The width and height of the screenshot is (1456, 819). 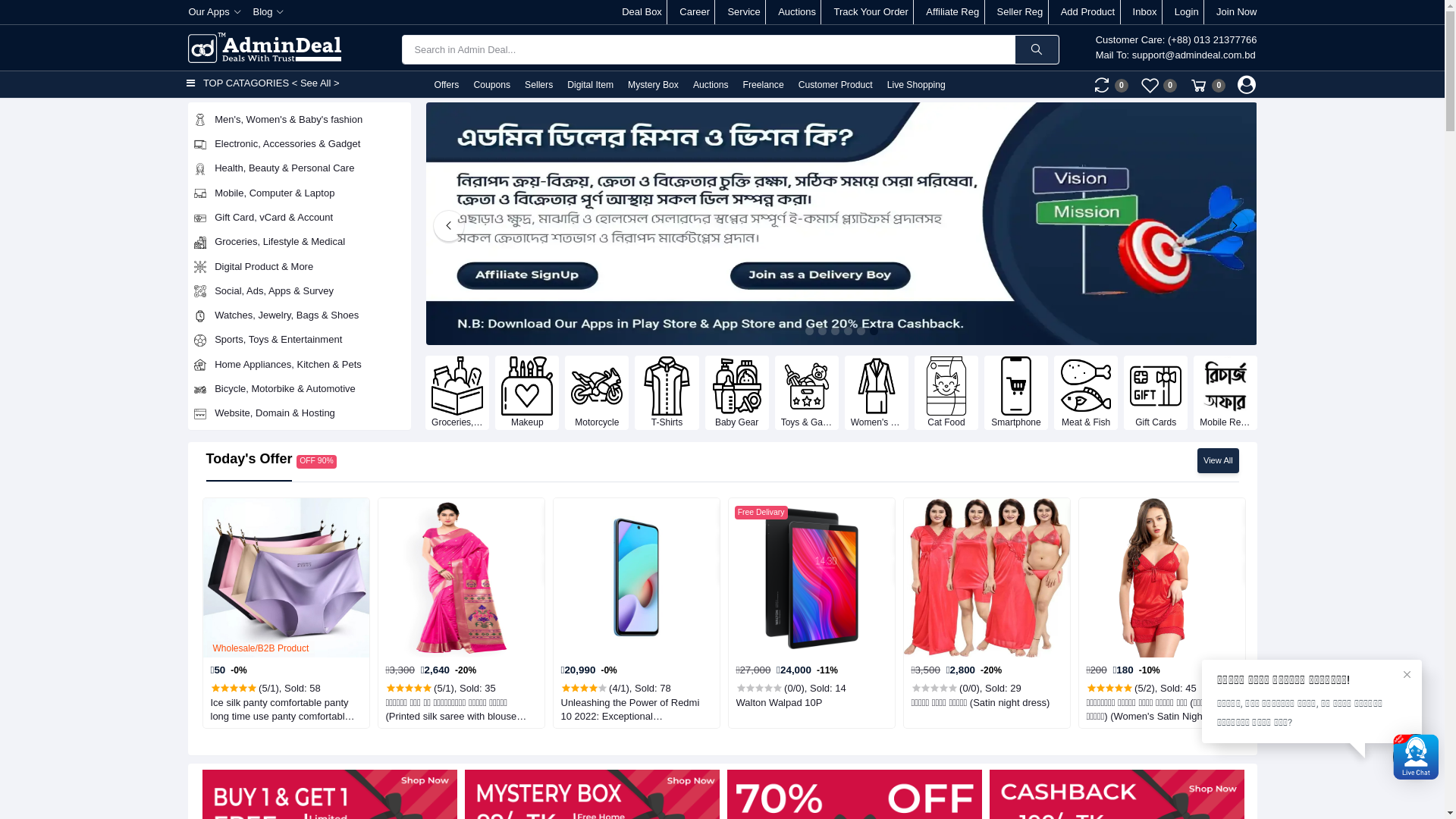 What do you see at coordinates (874, 330) in the screenshot?
I see `'6'` at bounding box center [874, 330].